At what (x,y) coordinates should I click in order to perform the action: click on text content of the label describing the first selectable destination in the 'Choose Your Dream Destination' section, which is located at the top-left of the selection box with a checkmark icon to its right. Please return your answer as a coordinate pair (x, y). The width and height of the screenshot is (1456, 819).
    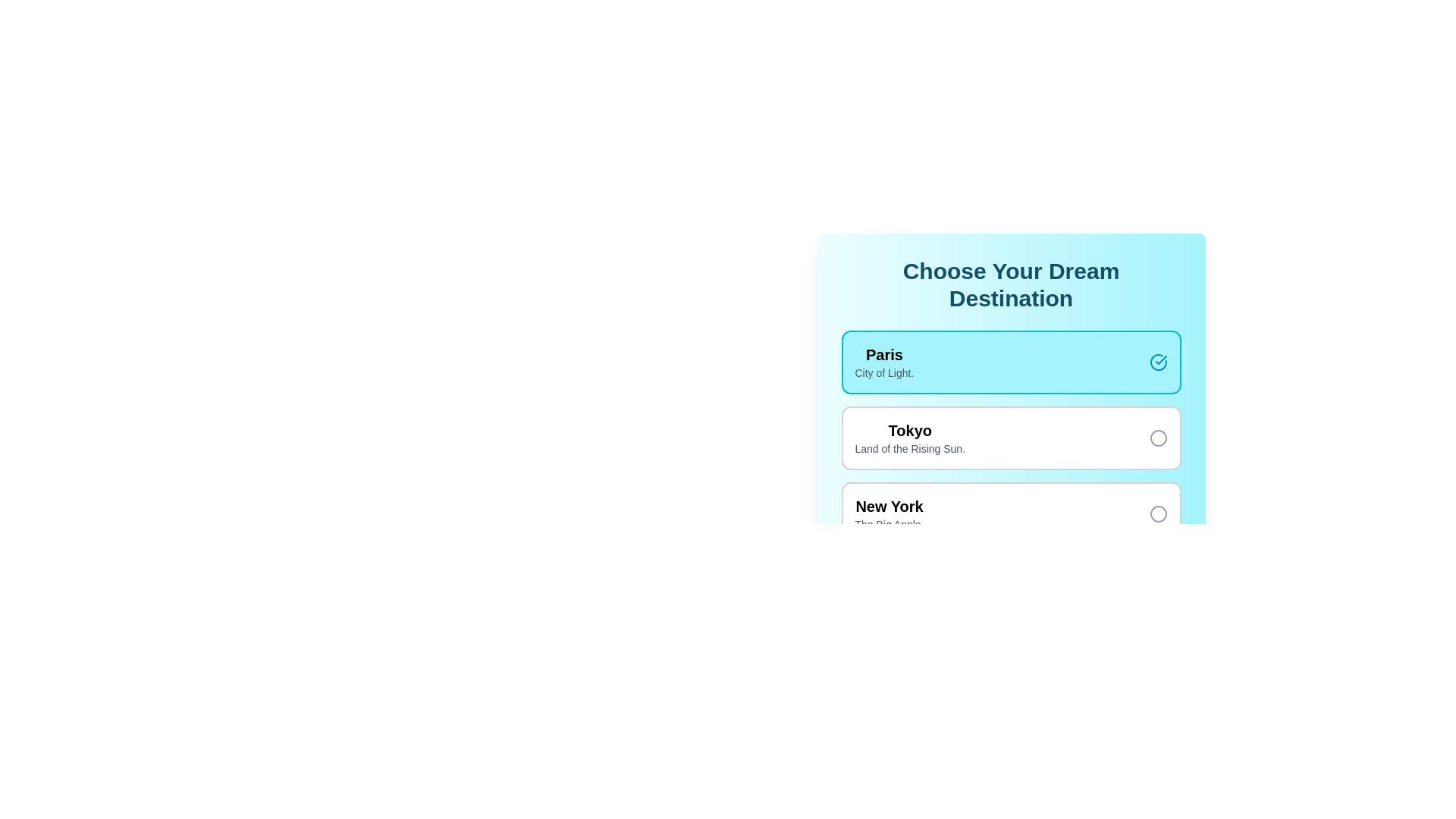
    Looking at the image, I should click on (884, 362).